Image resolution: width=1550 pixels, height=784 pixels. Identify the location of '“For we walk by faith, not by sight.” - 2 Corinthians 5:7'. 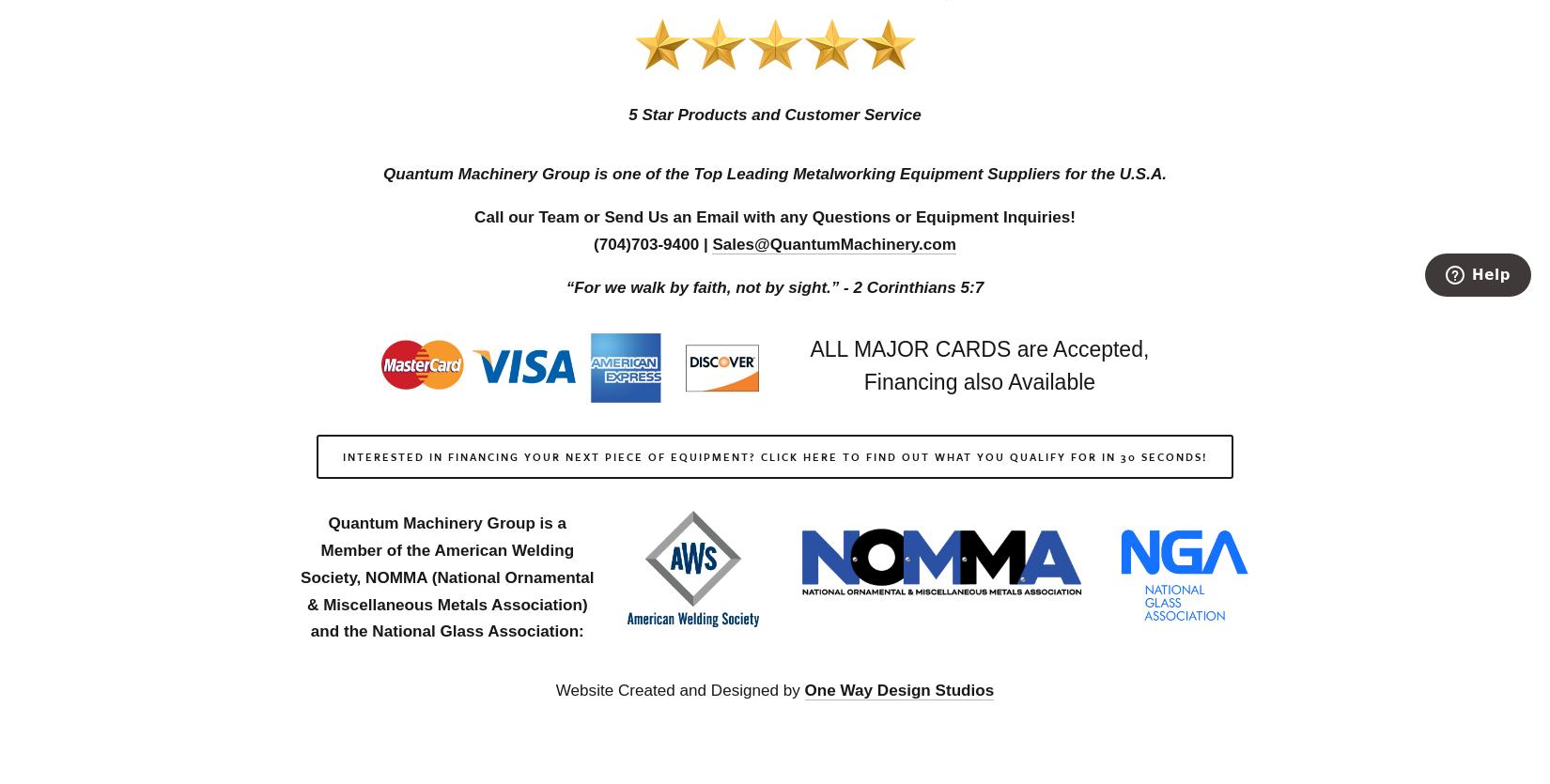
(773, 285).